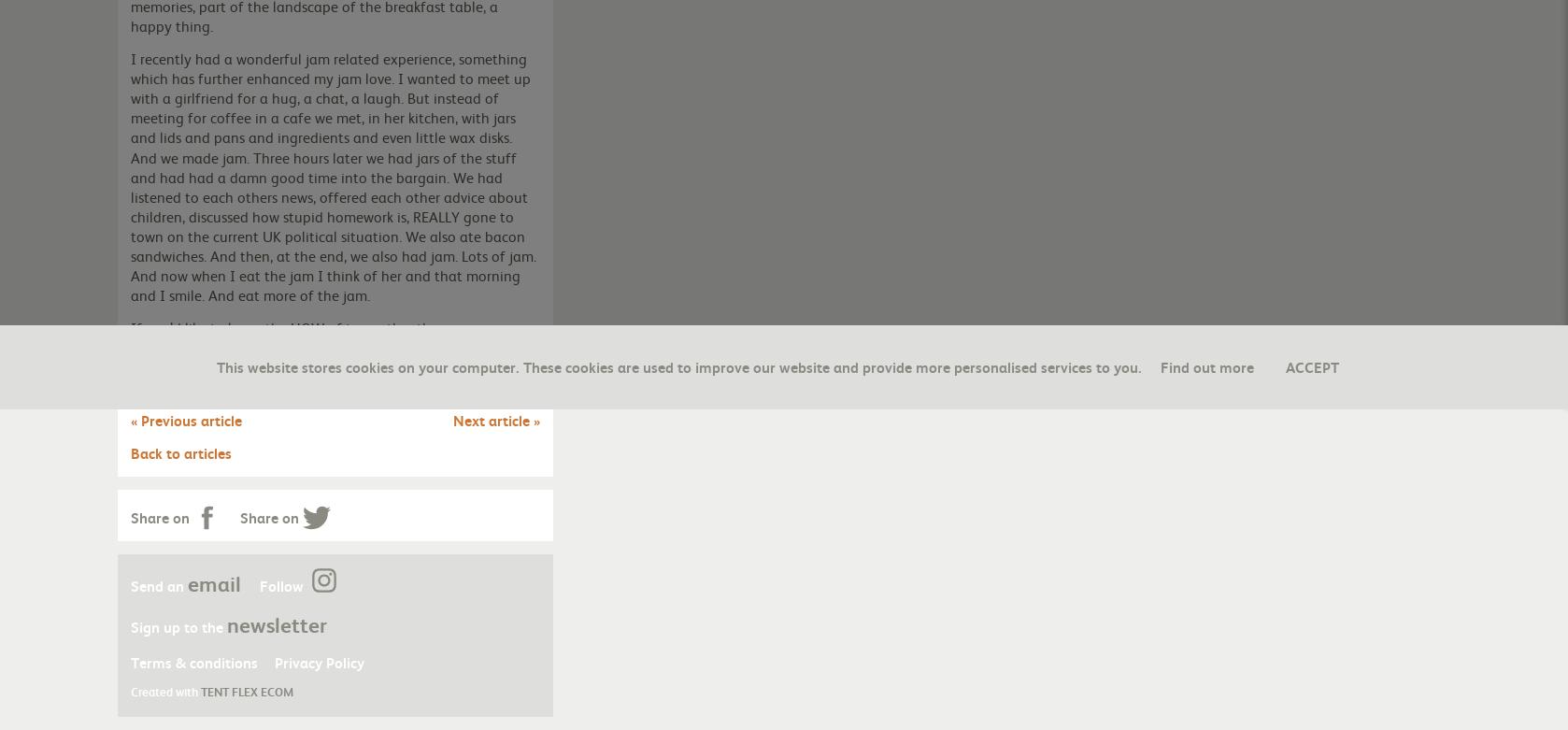 The width and height of the screenshot is (1568, 730). Describe the element at coordinates (214, 582) in the screenshot. I see `'email'` at that location.